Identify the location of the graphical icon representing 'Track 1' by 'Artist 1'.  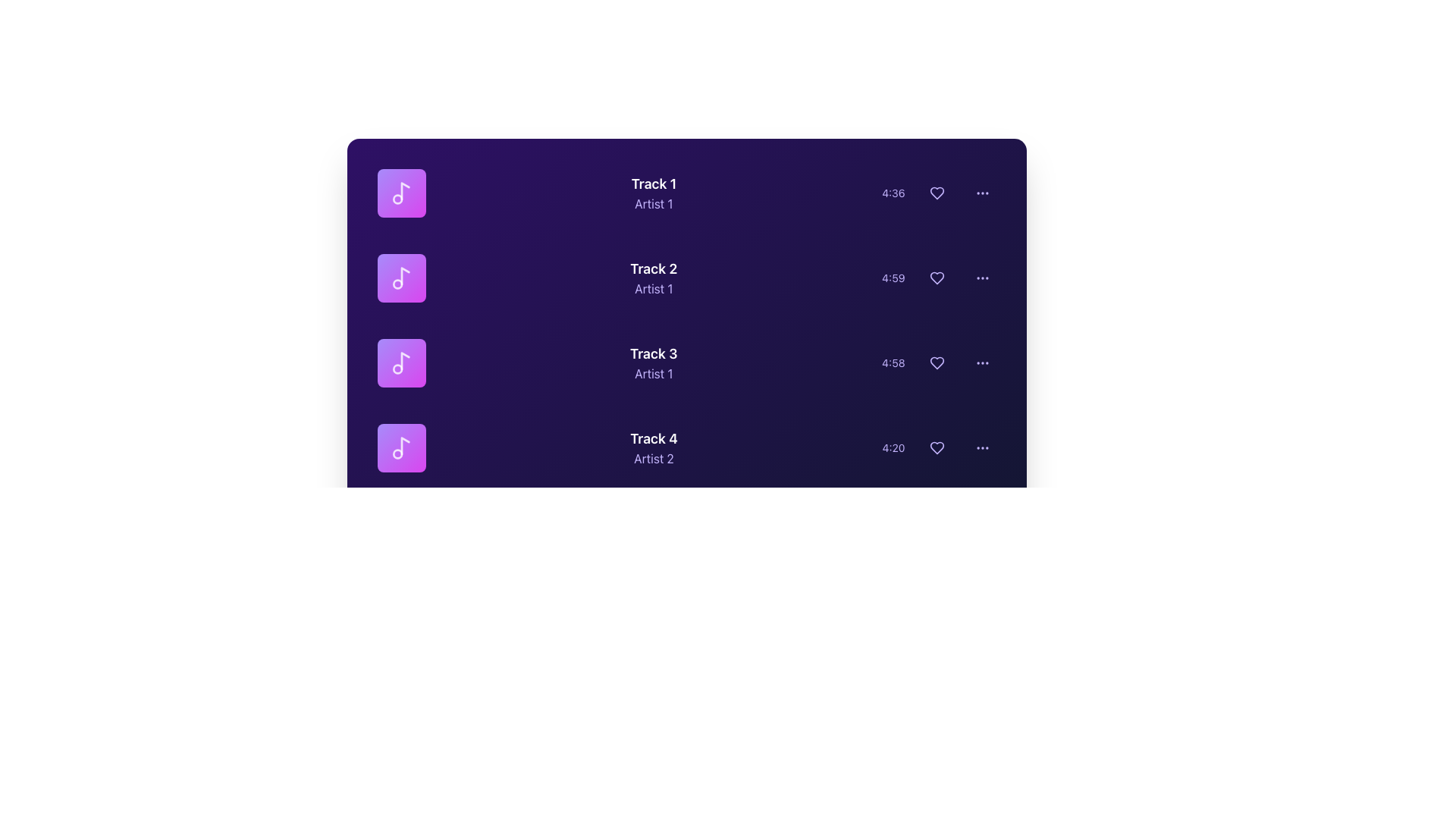
(401, 192).